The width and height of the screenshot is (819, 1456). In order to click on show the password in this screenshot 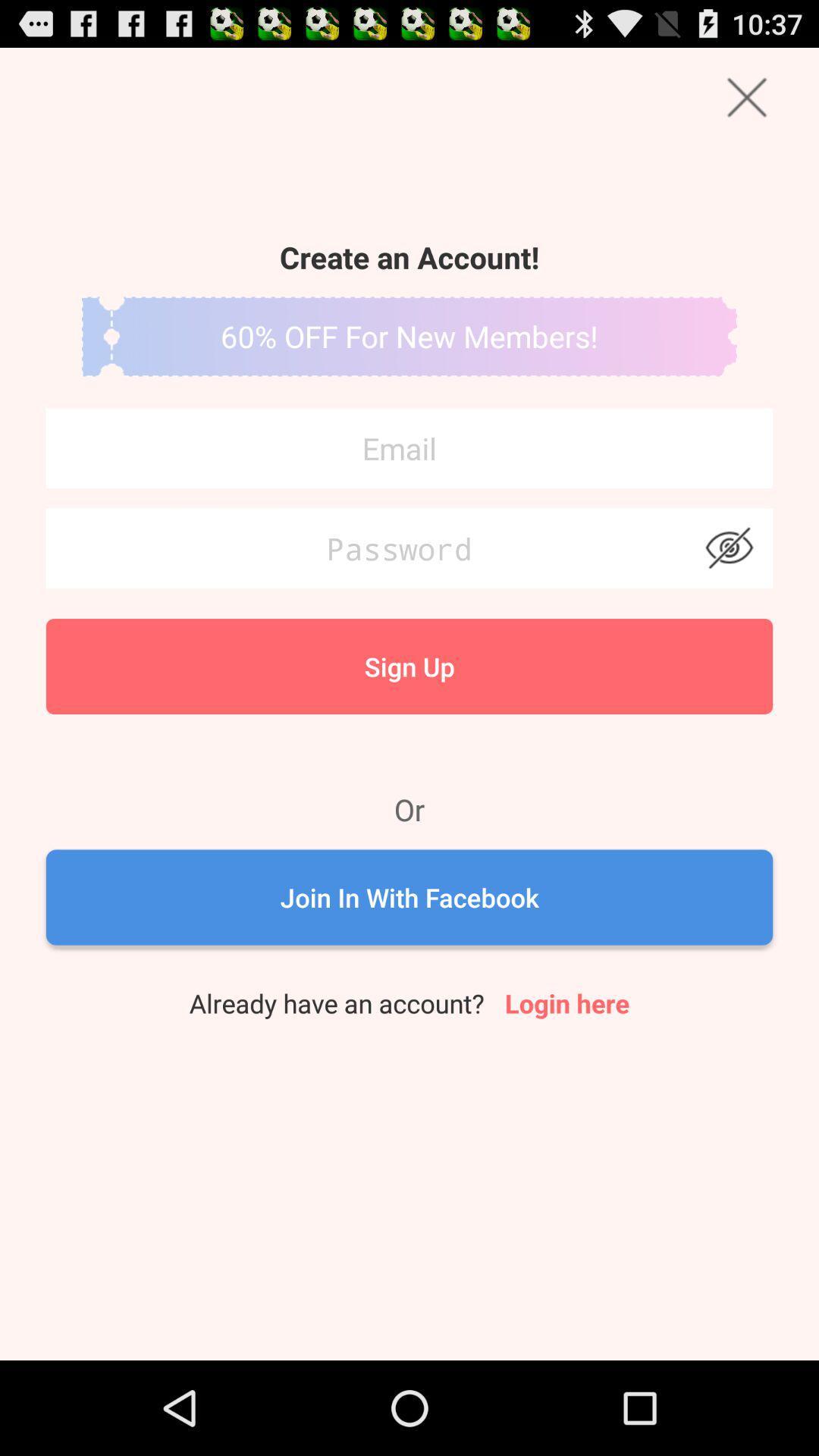, I will do `click(728, 548)`.